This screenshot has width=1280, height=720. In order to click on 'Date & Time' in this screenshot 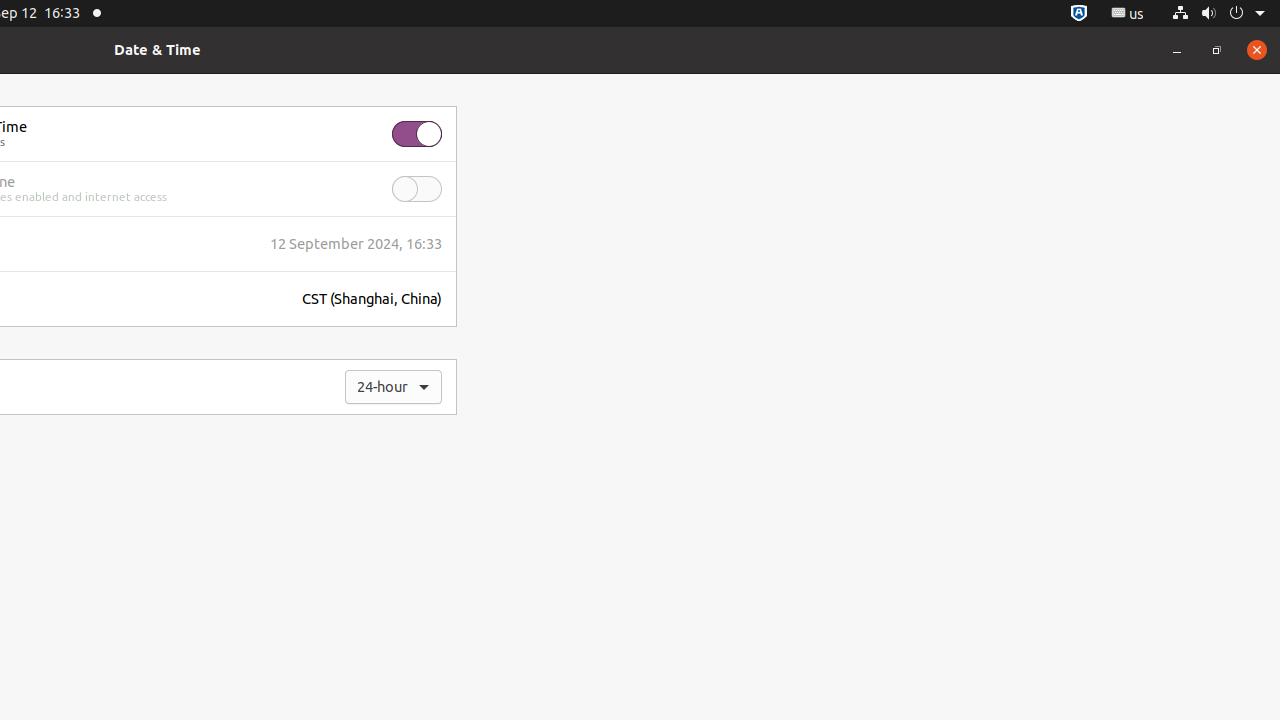, I will do `click(156, 48)`.